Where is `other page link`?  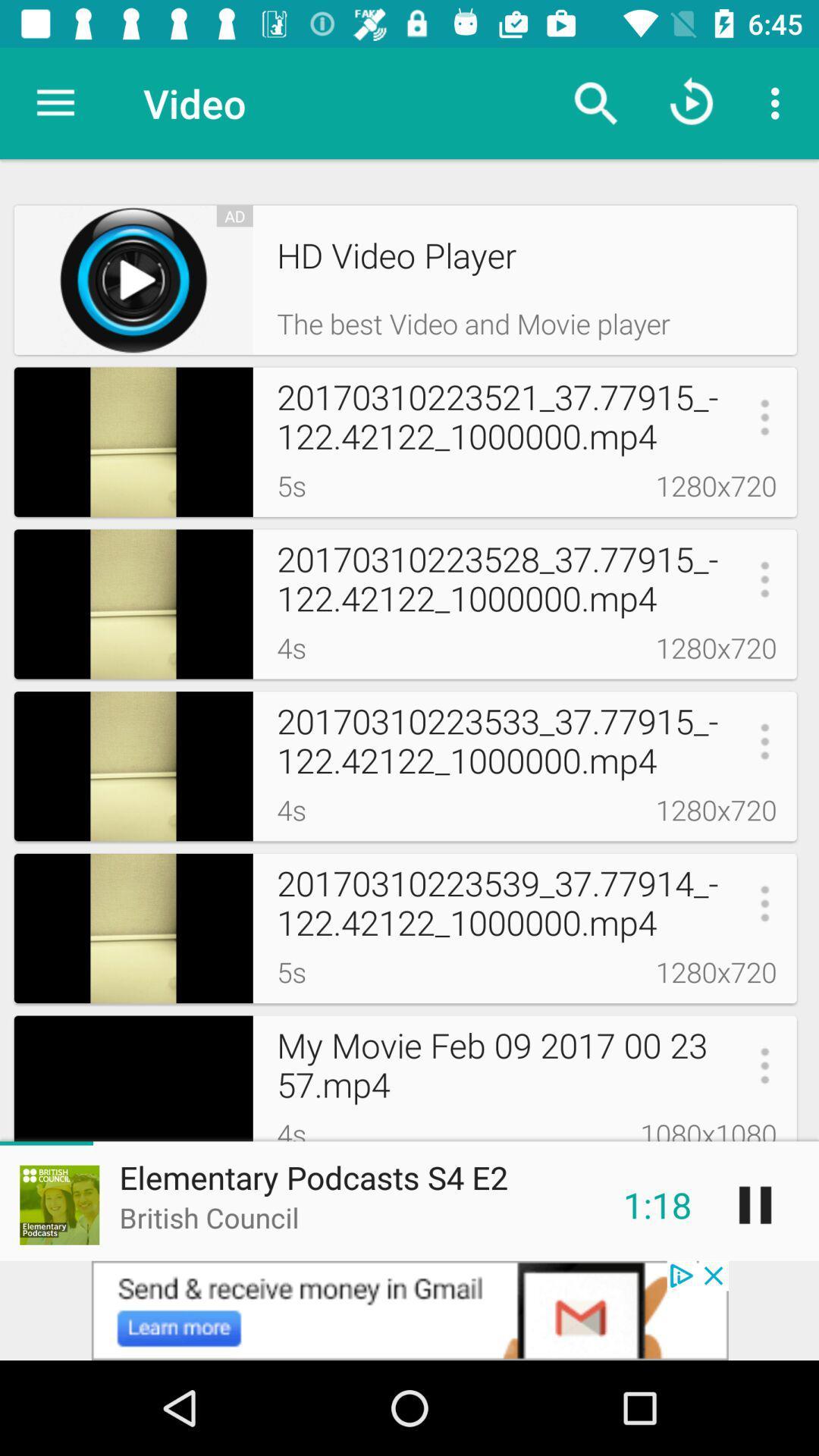 other page link is located at coordinates (409, 1310).